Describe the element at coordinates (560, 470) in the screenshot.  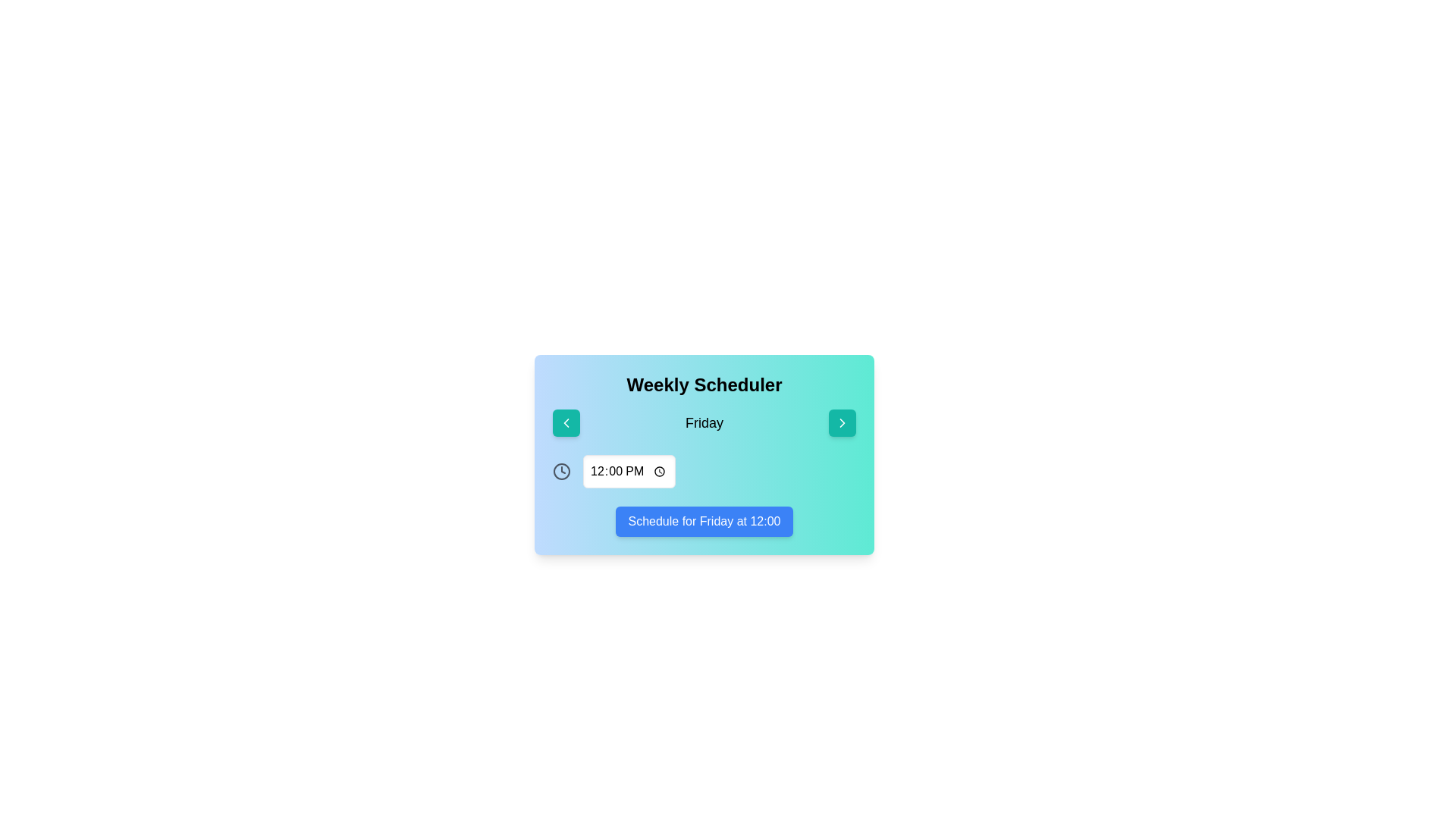
I see `SVG Circle element that represents the clock face, which is part of the clock icon located to the left of the time selection input box in the scheduling interface` at that location.